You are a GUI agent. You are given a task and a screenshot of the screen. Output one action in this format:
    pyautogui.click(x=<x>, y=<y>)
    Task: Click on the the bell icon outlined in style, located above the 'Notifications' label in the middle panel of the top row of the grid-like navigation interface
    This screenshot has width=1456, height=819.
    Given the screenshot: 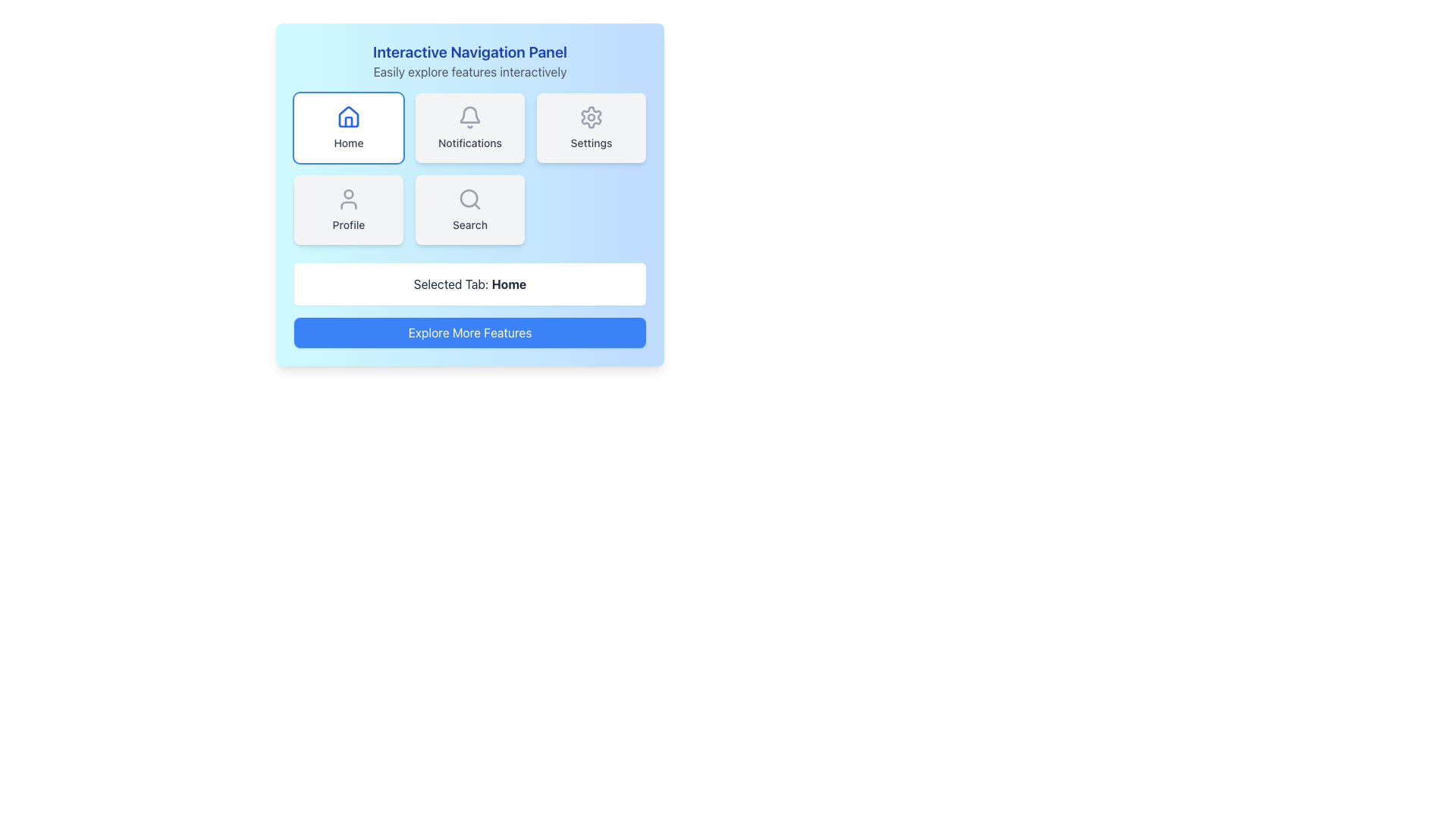 What is the action you would take?
    pyautogui.click(x=469, y=116)
    